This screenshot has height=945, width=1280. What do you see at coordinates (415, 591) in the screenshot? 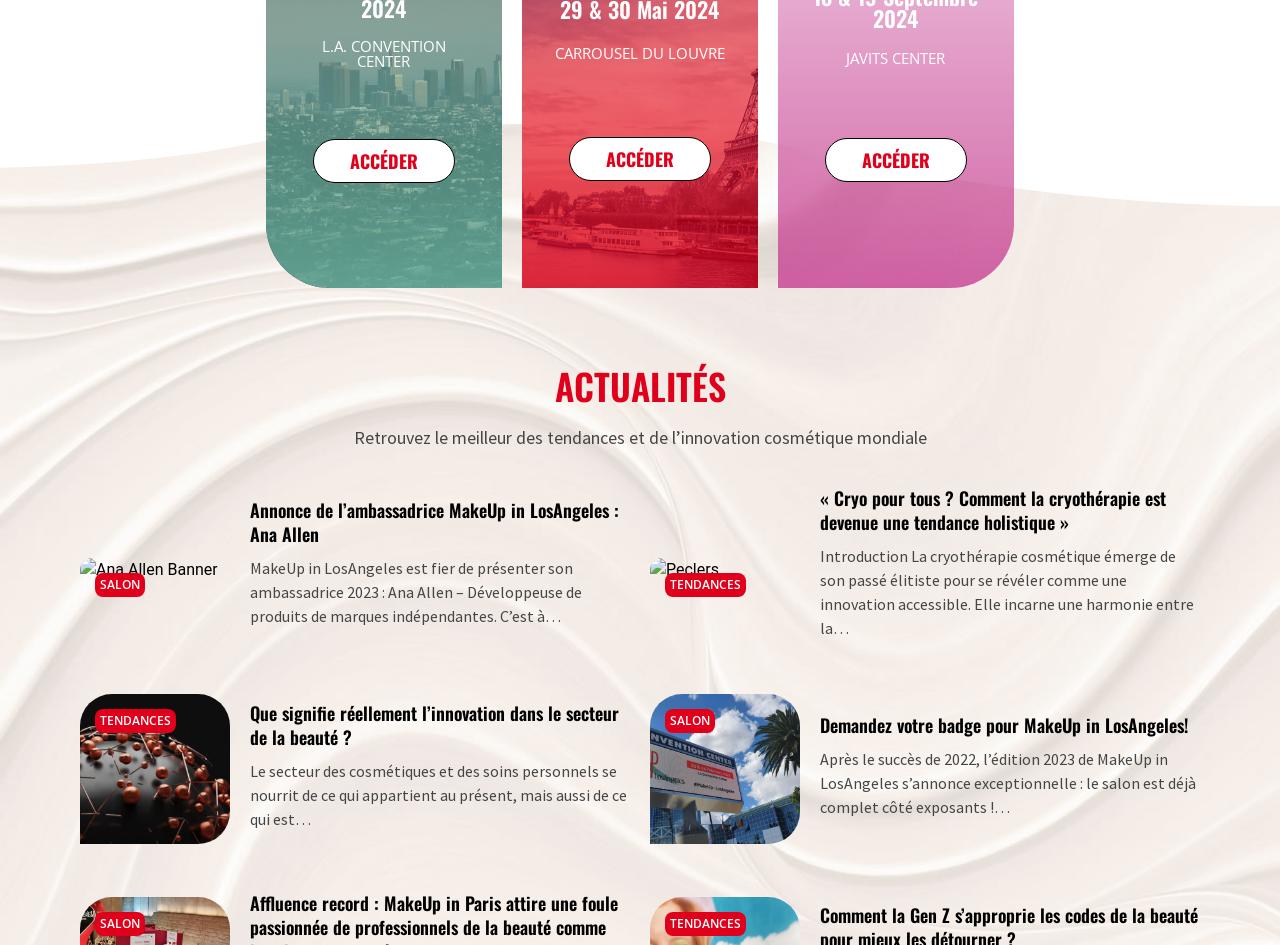
I see `'MakeUp in LosAngeles est fier de présenter son ambassadrice 2023 : Ana Allen – Développeuse de produits de marques indépendantes. C’est à…'` at bounding box center [415, 591].